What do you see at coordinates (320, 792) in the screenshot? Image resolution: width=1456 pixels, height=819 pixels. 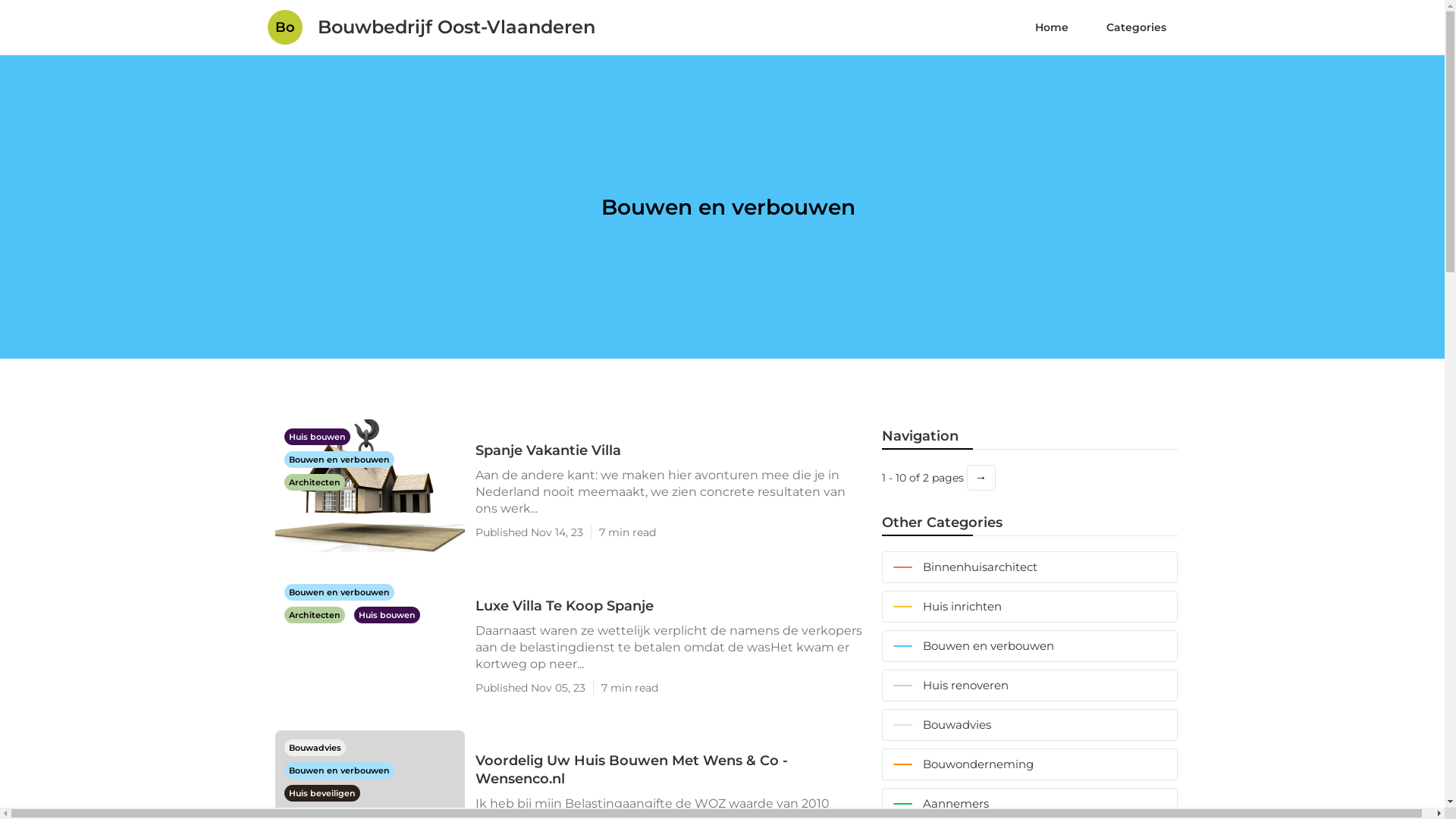 I see `'Huis beveiligen'` at bounding box center [320, 792].